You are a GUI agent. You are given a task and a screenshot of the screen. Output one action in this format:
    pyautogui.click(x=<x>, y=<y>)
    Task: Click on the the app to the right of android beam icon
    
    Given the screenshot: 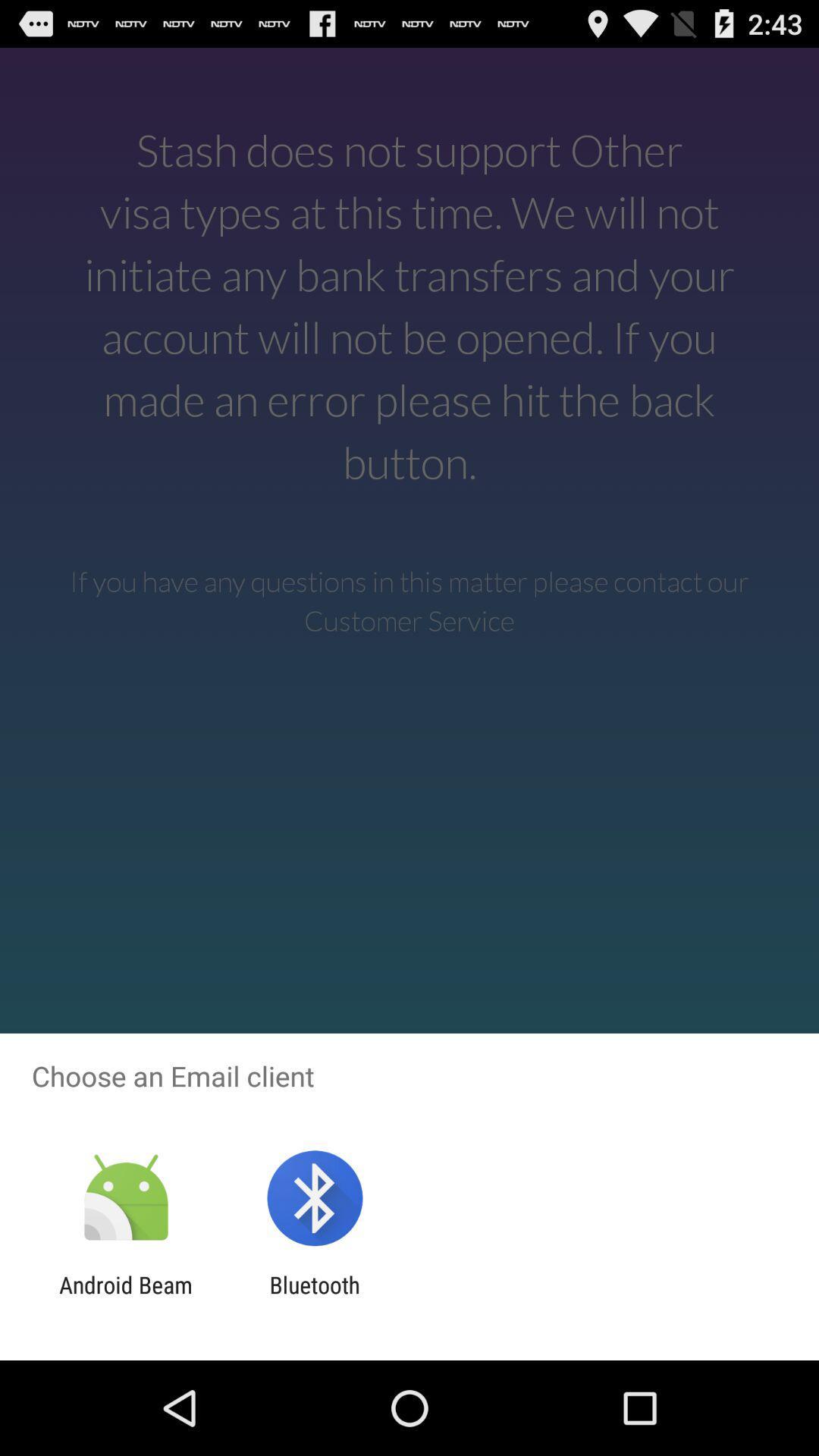 What is the action you would take?
    pyautogui.click(x=314, y=1298)
    